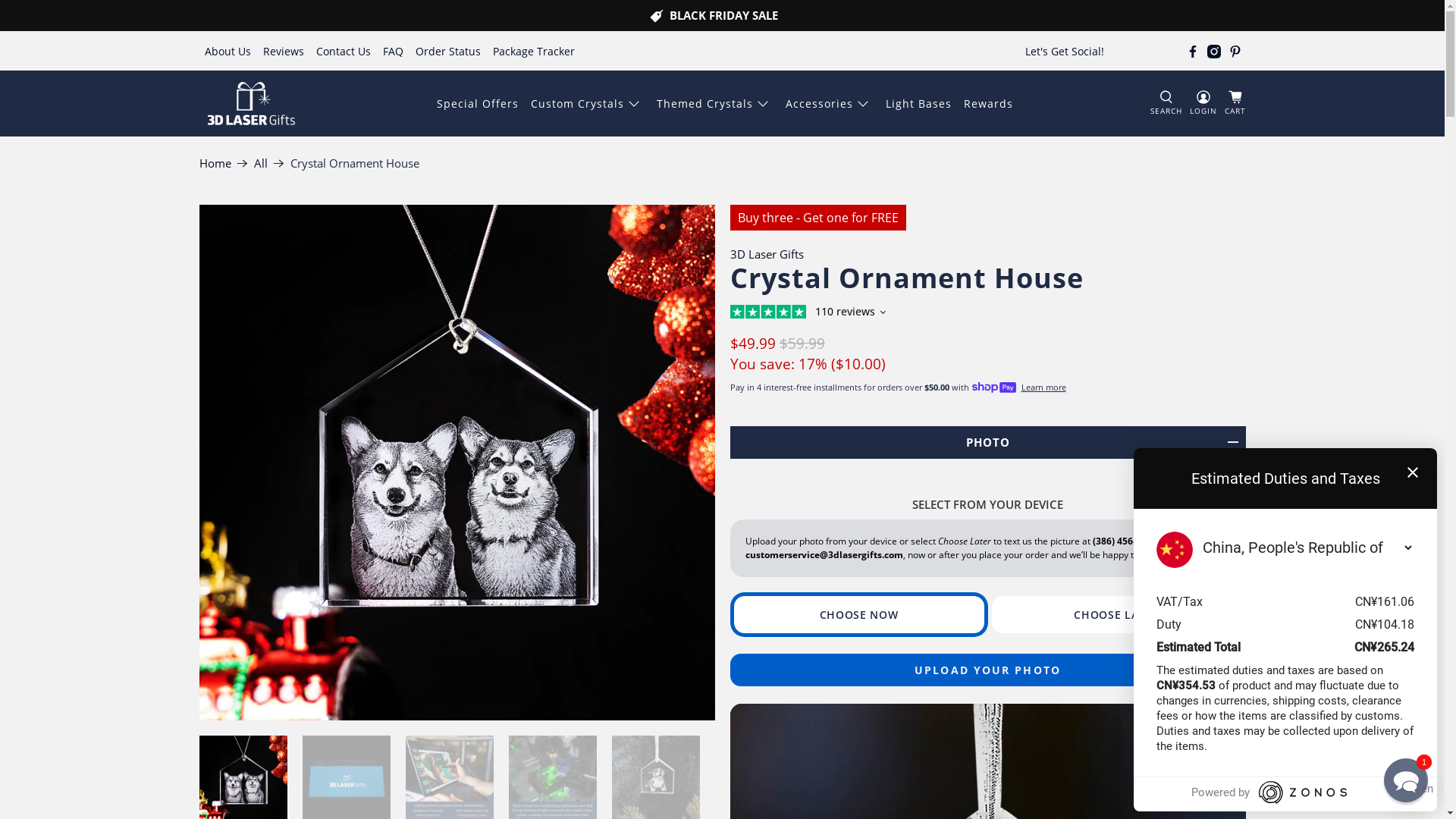 The width and height of the screenshot is (1456, 819). Describe the element at coordinates (918, 102) in the screenshot. I see `'Light Bases'` at that location.